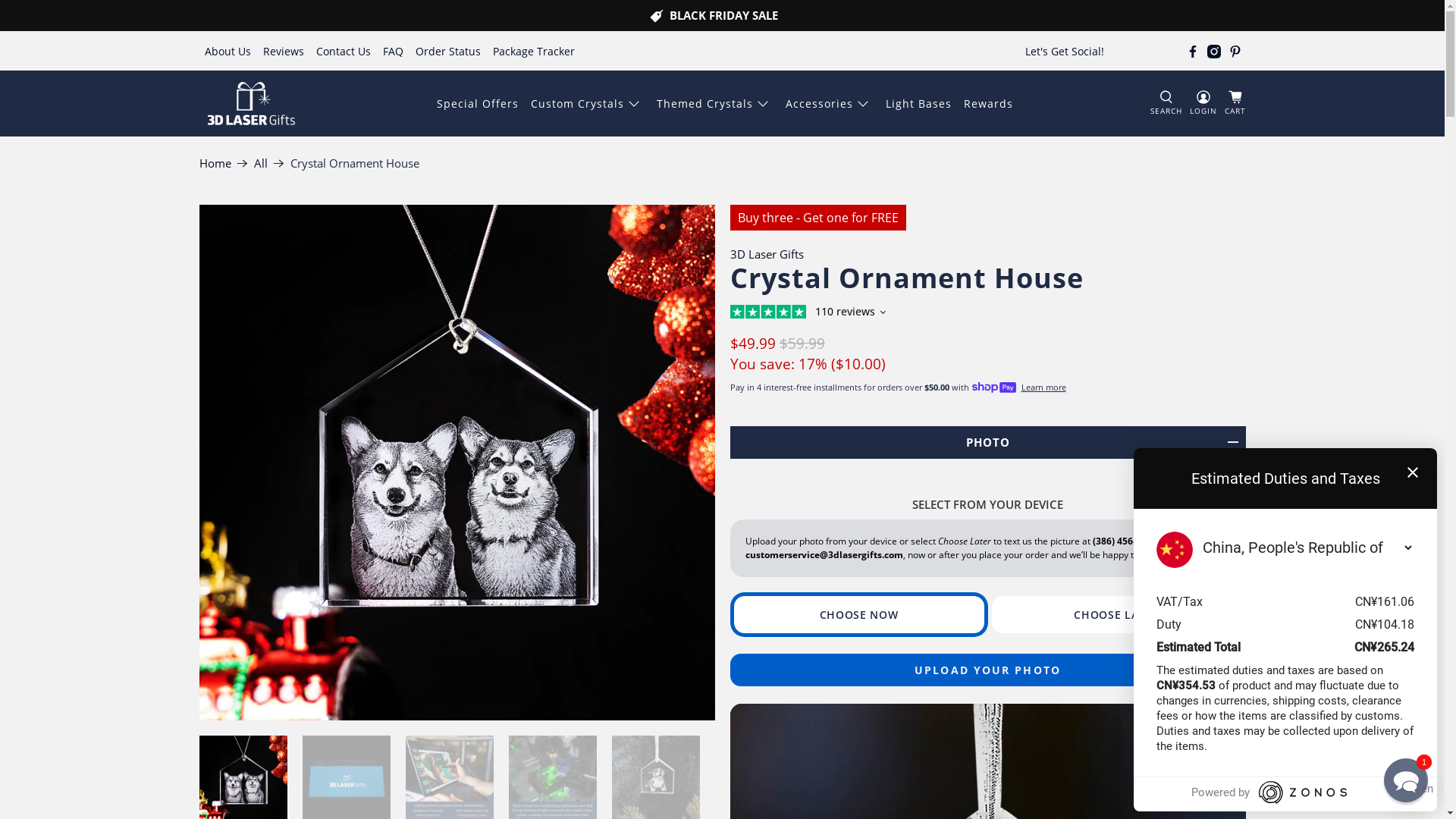 The width and height of the screenshot is (1456, 819). Describe the element at coordinates (918, 102) in the screenshot. I see `'Light Bases'` at that location.